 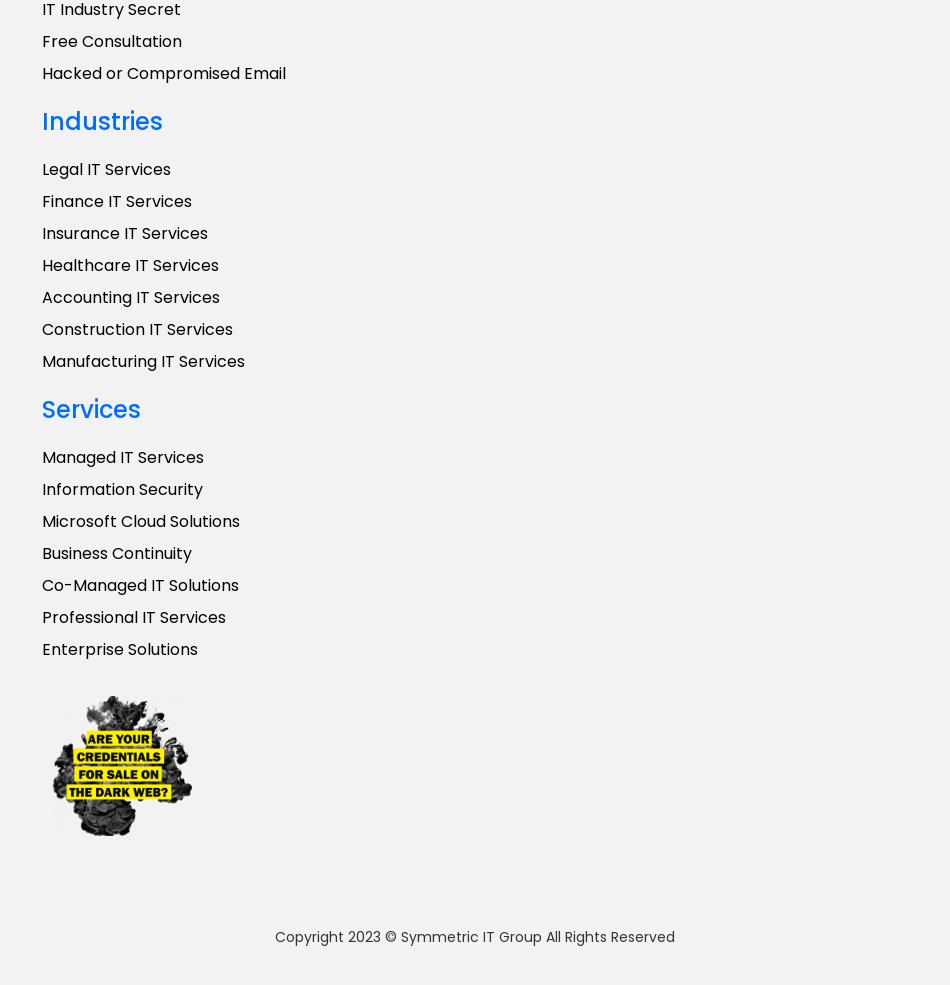 What do you see at coordinates (41, 585) in the screenshot?
I see `'Co-Managed IT Solutions'` at bounding box center [41, 585].